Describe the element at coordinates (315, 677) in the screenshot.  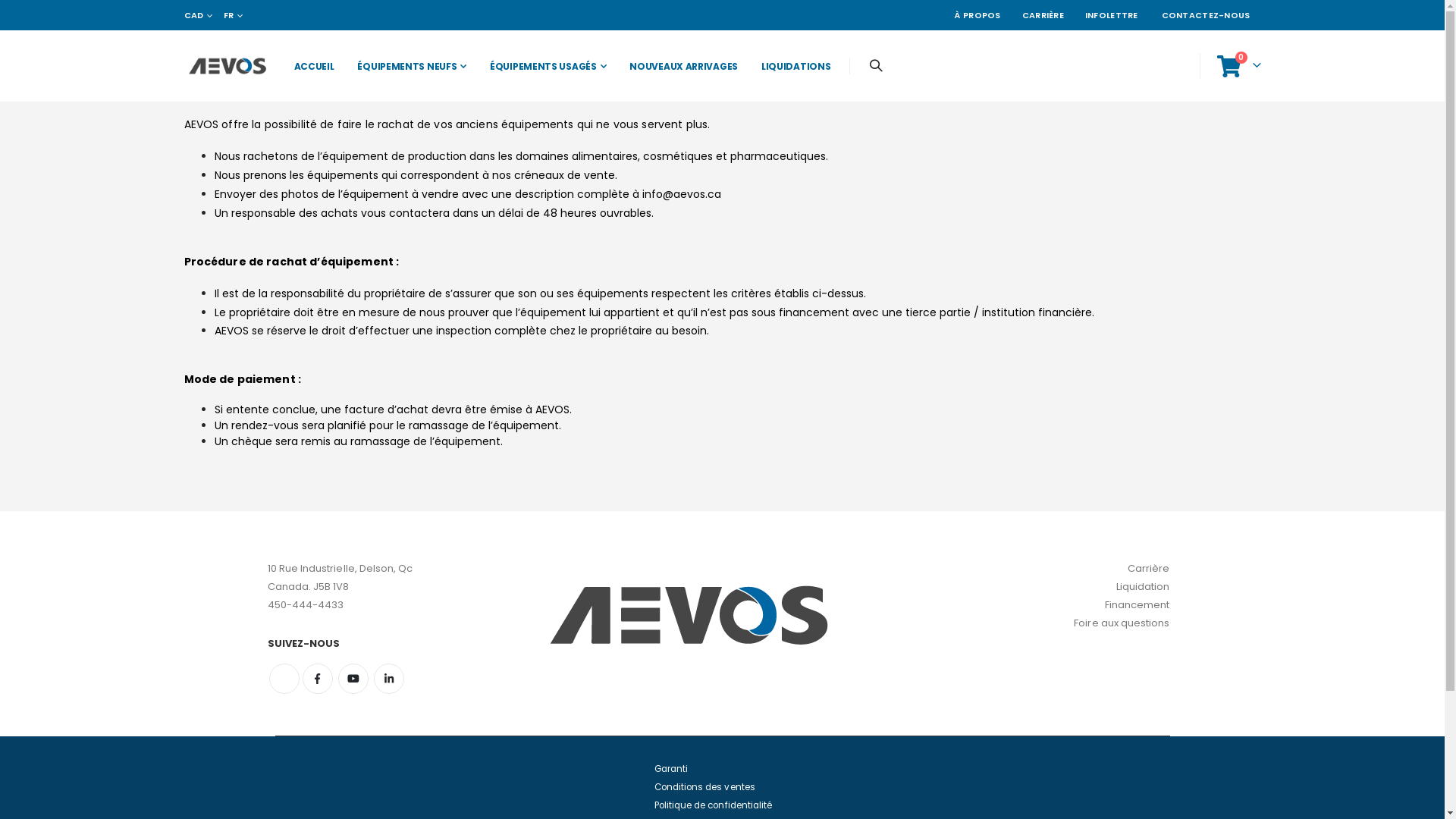
I see `'Facebook'` at that location.